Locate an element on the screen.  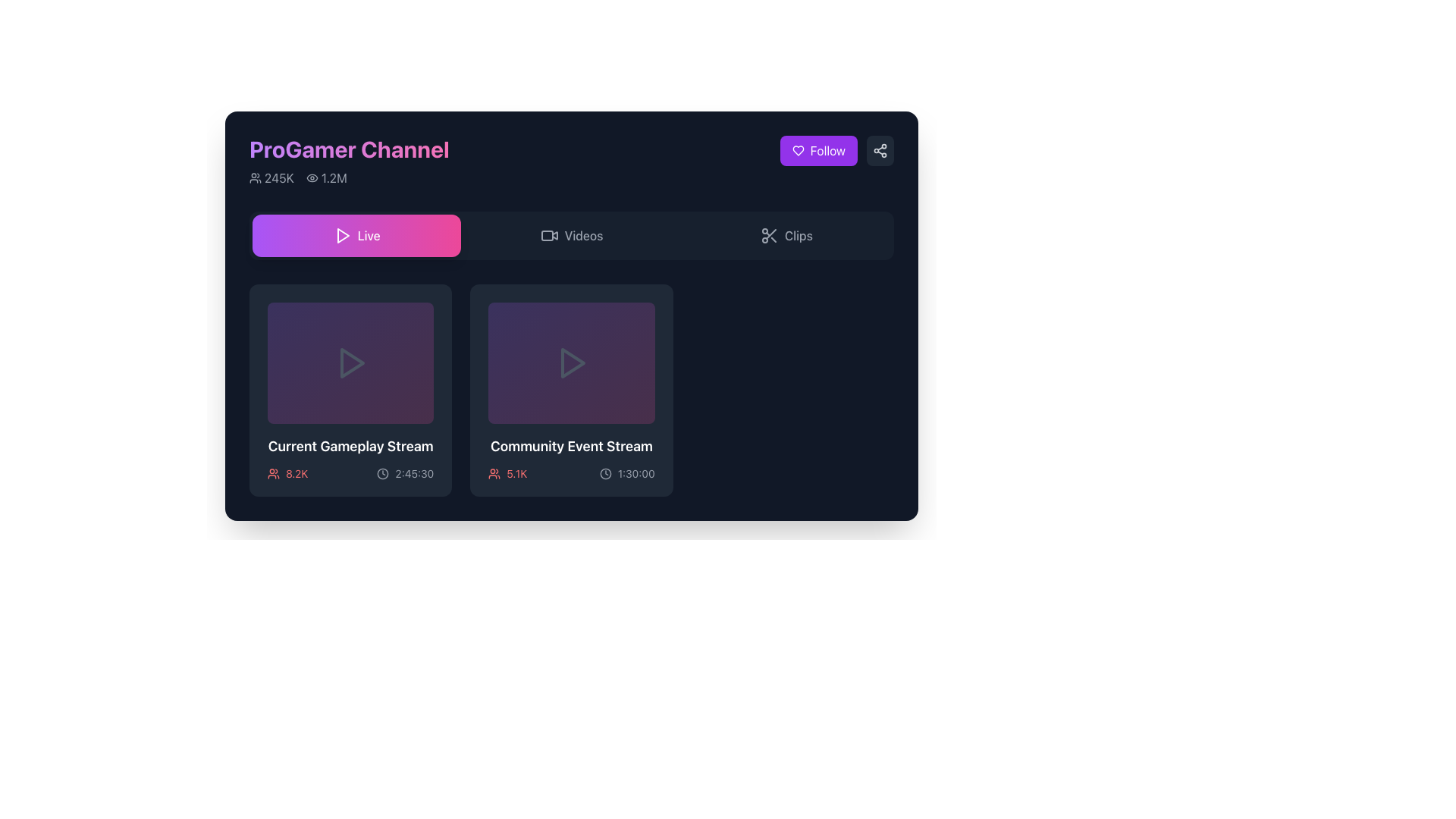
the 'Play' icon, a triangular glyph located in the second row and second column of the 'Community Event Stream' section for accessibility interaction is located at coordinates (572, 362).